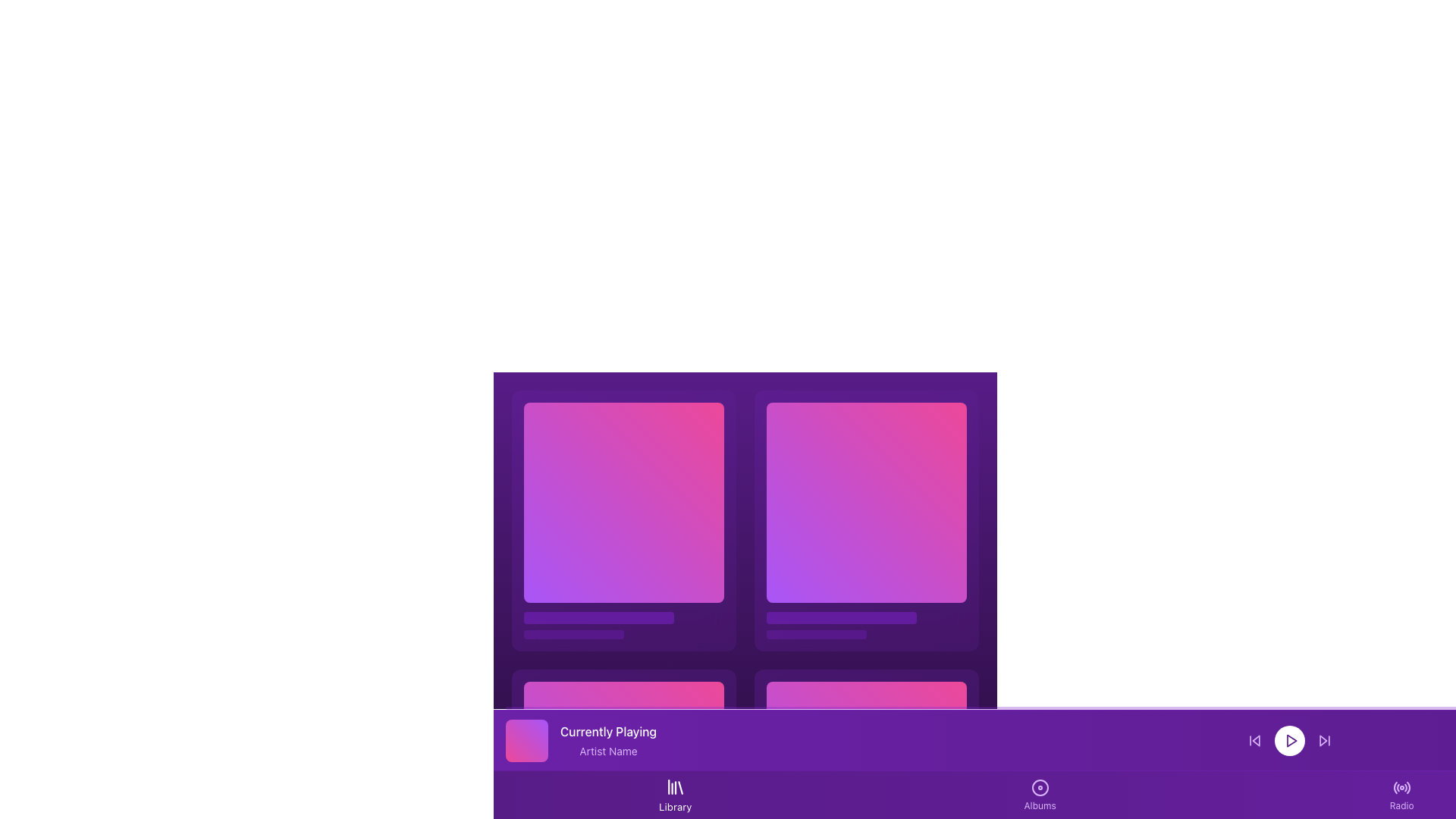  I want to click on the circular play control button located centrally within the three-button group in the bottom playback bar to play or pause the media, so click(1288, 739).